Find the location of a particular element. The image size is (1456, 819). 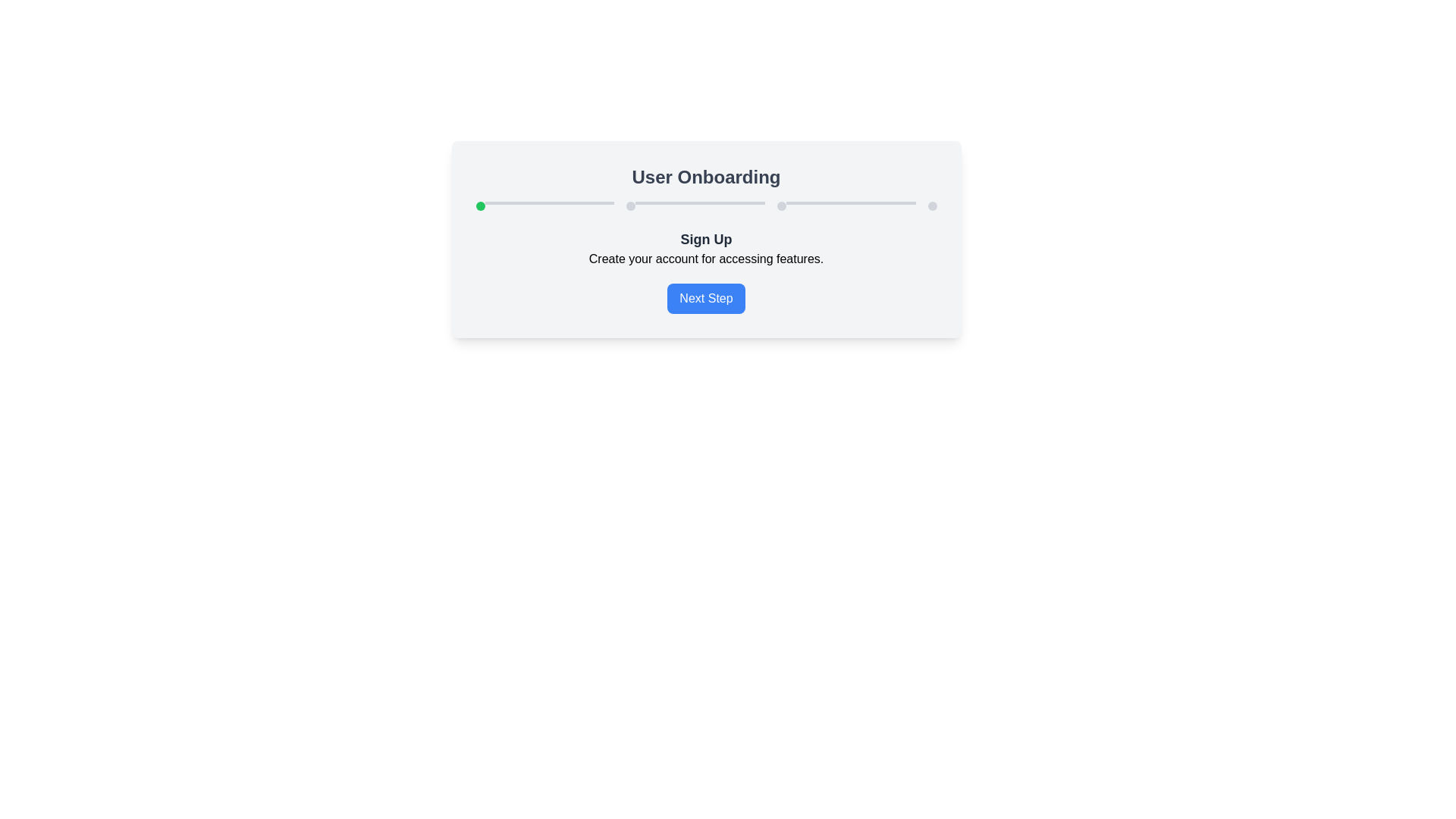

the state of the third horizontal progress bar segment in the onboarding process, which is positioned between two circular step indicators is located at coordinates (851, 202).